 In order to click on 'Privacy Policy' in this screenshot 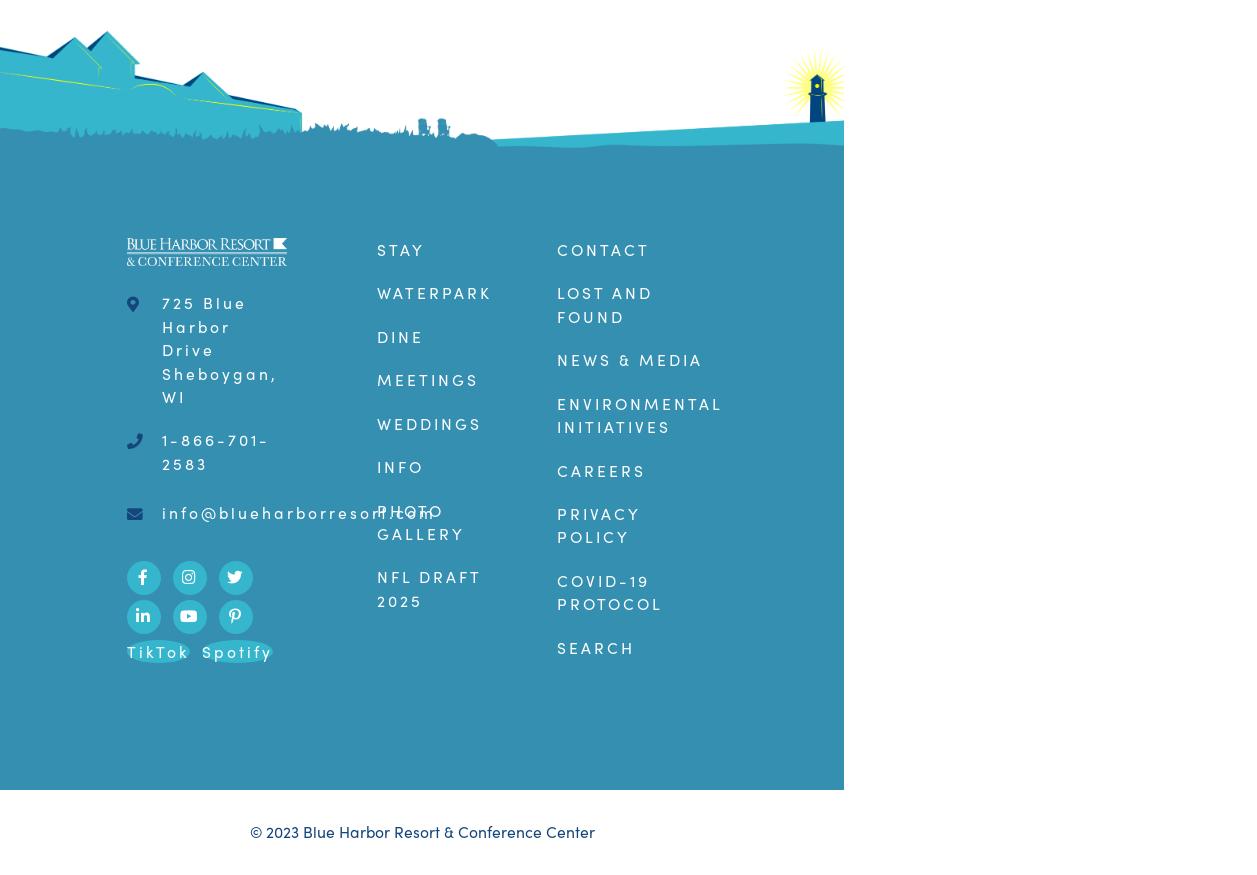, I will do `click(555, 524)`.